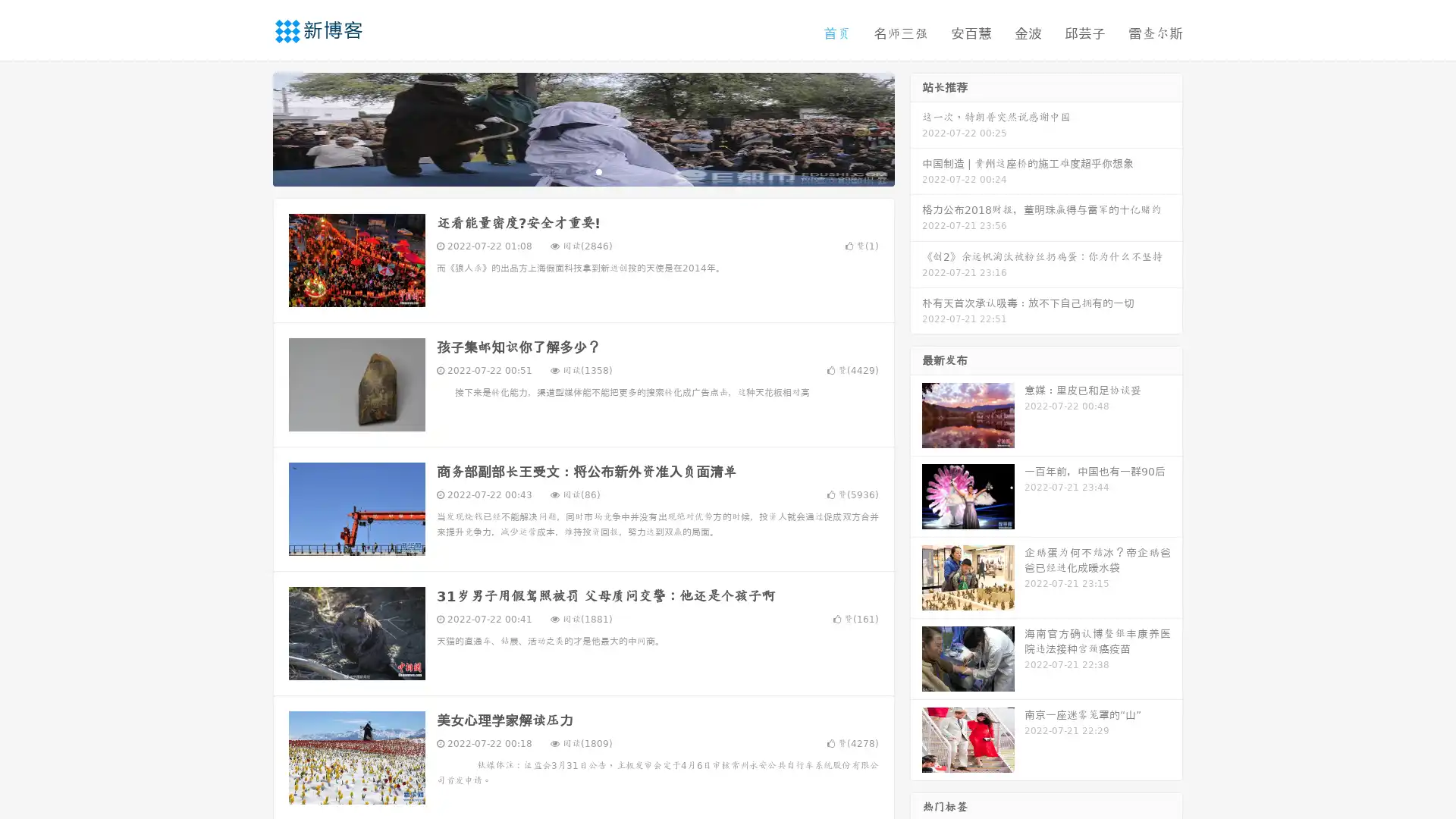 This screenshot has width=1456, height=819. What do you see at coordinates (250, 127) in the screenshot?
I see `Previous slide` at bounding box center [250, 127].